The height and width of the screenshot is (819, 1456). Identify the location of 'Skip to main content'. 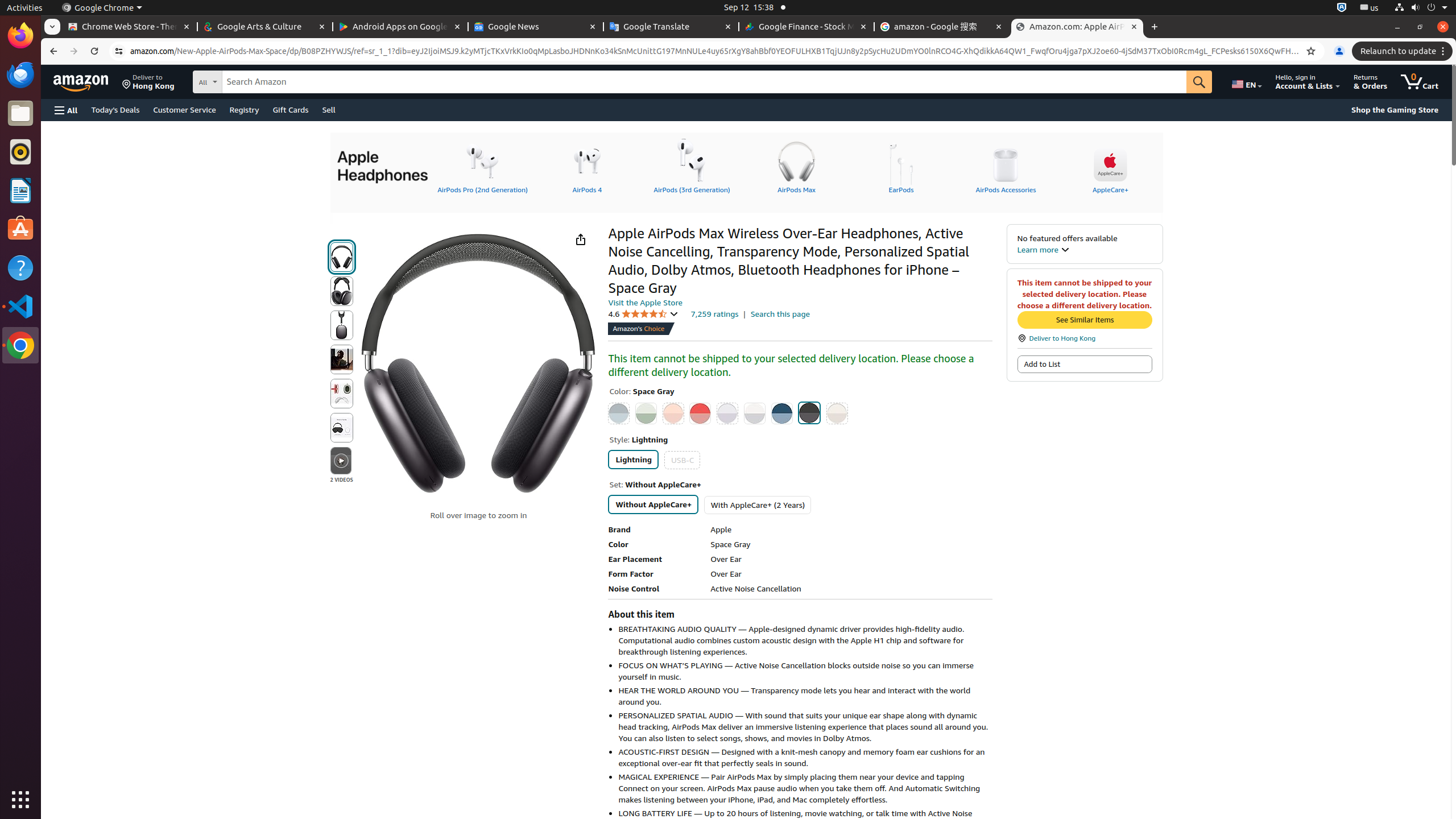
(88, 80).